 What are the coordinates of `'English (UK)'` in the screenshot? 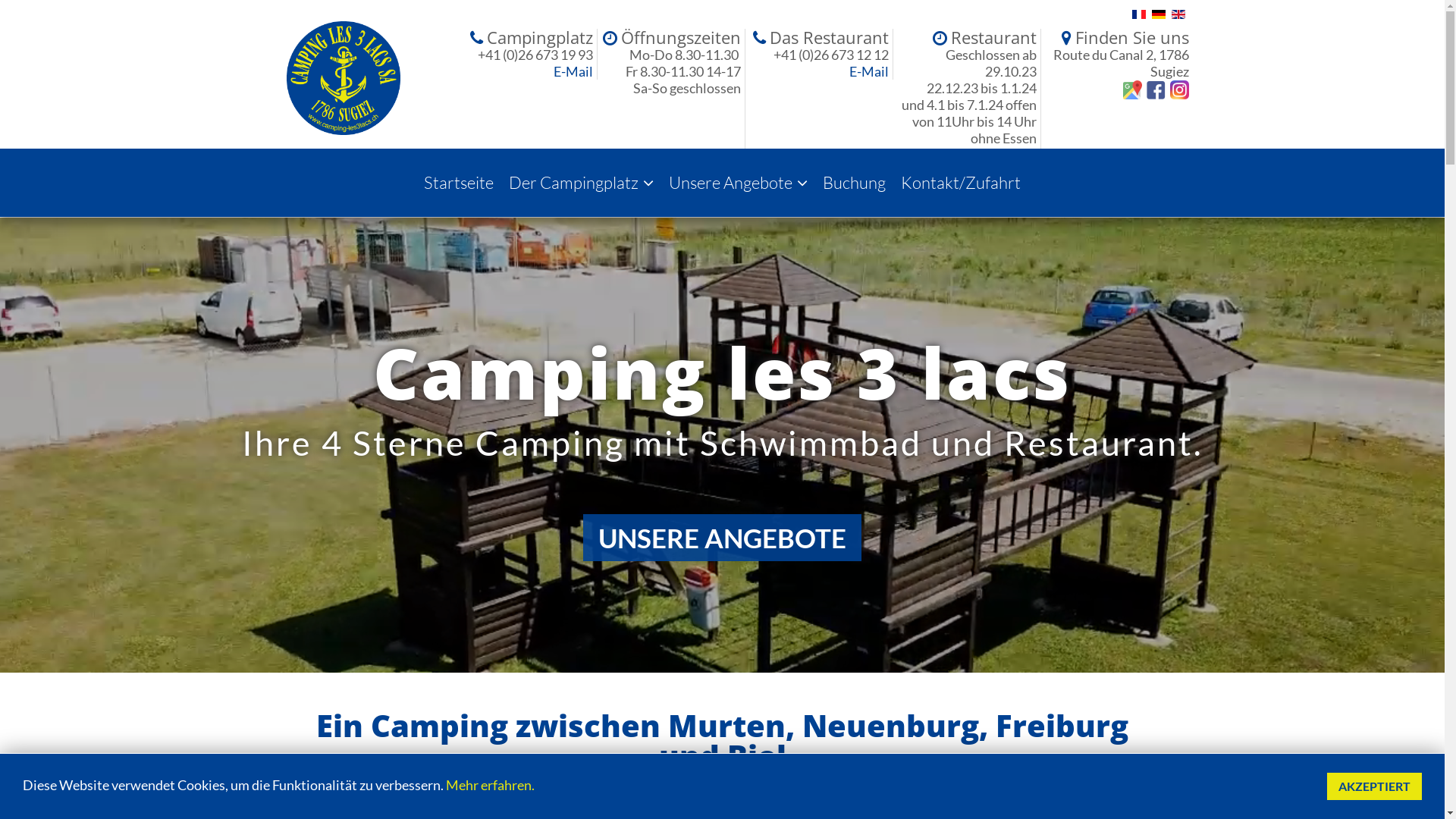 It's located at (1170, 14).